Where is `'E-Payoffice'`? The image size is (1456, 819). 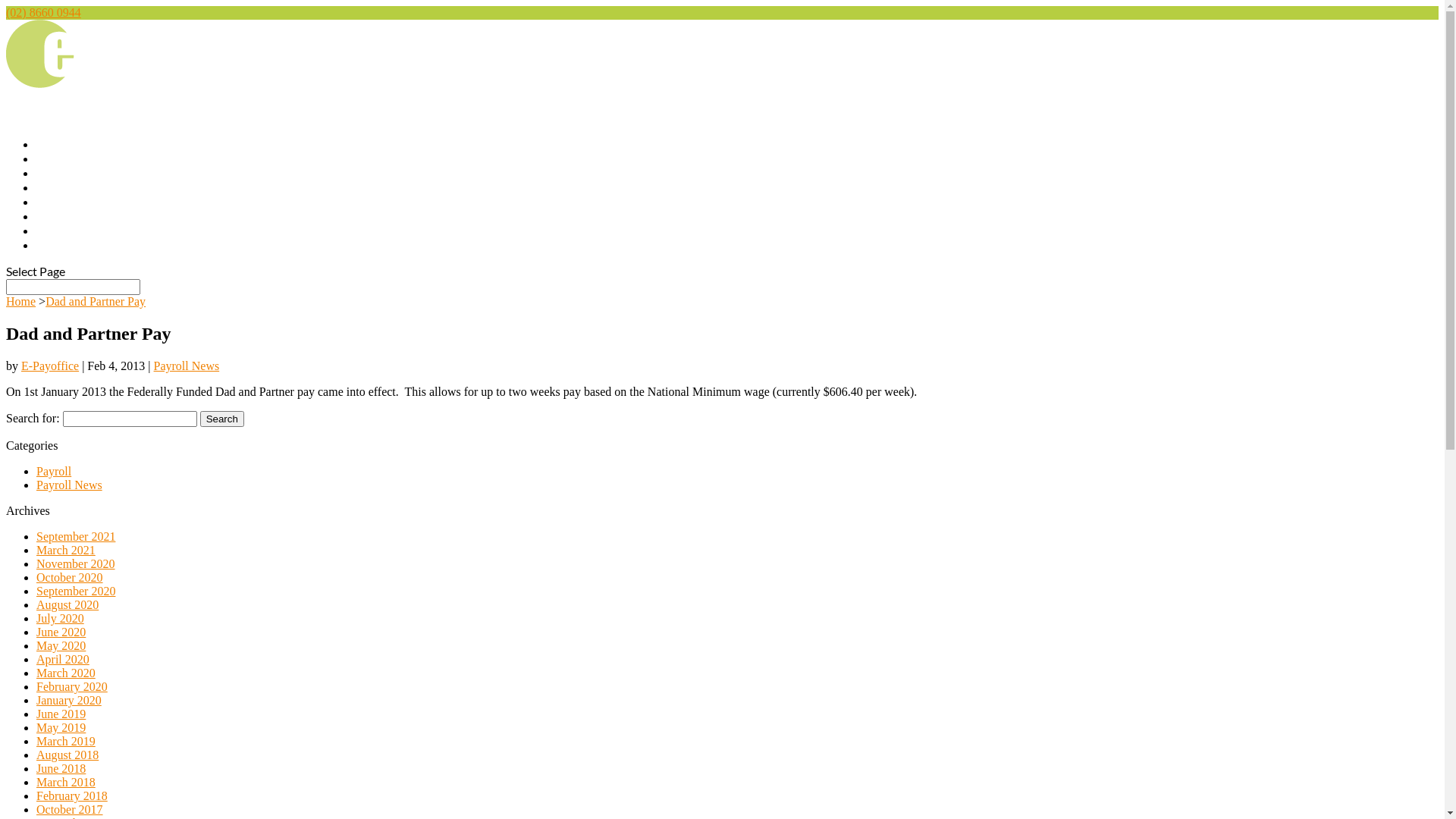
'E-Payoffice' is located at coordinates (50, 366).